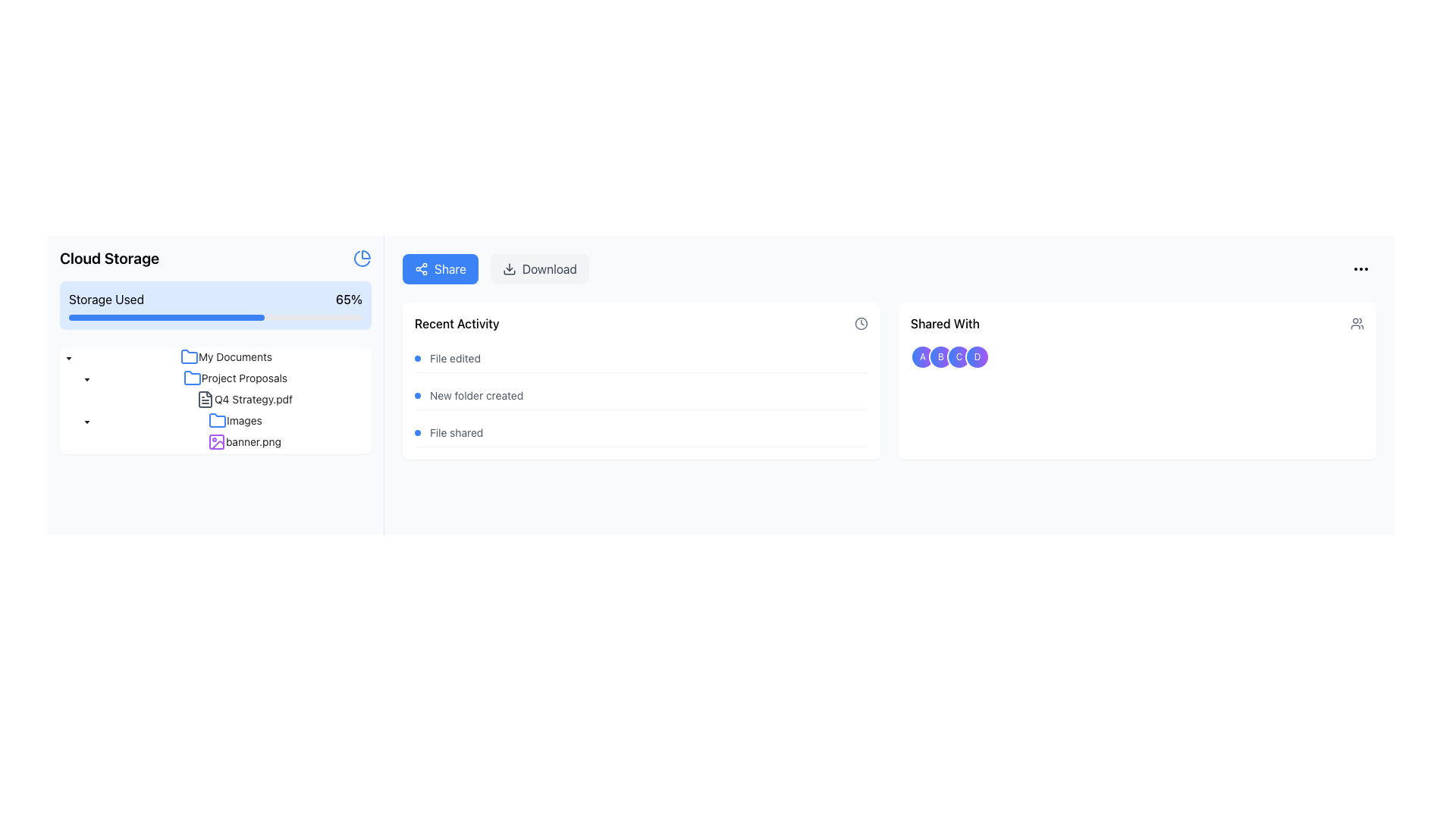 Image resolution: width=1456 pixels, height=819 pixels. Describe the element at coordinates (244, 399) in the screenshot. I see `the Tree item representing the document file named 'Q4 Strategy.pdf'` at that location.